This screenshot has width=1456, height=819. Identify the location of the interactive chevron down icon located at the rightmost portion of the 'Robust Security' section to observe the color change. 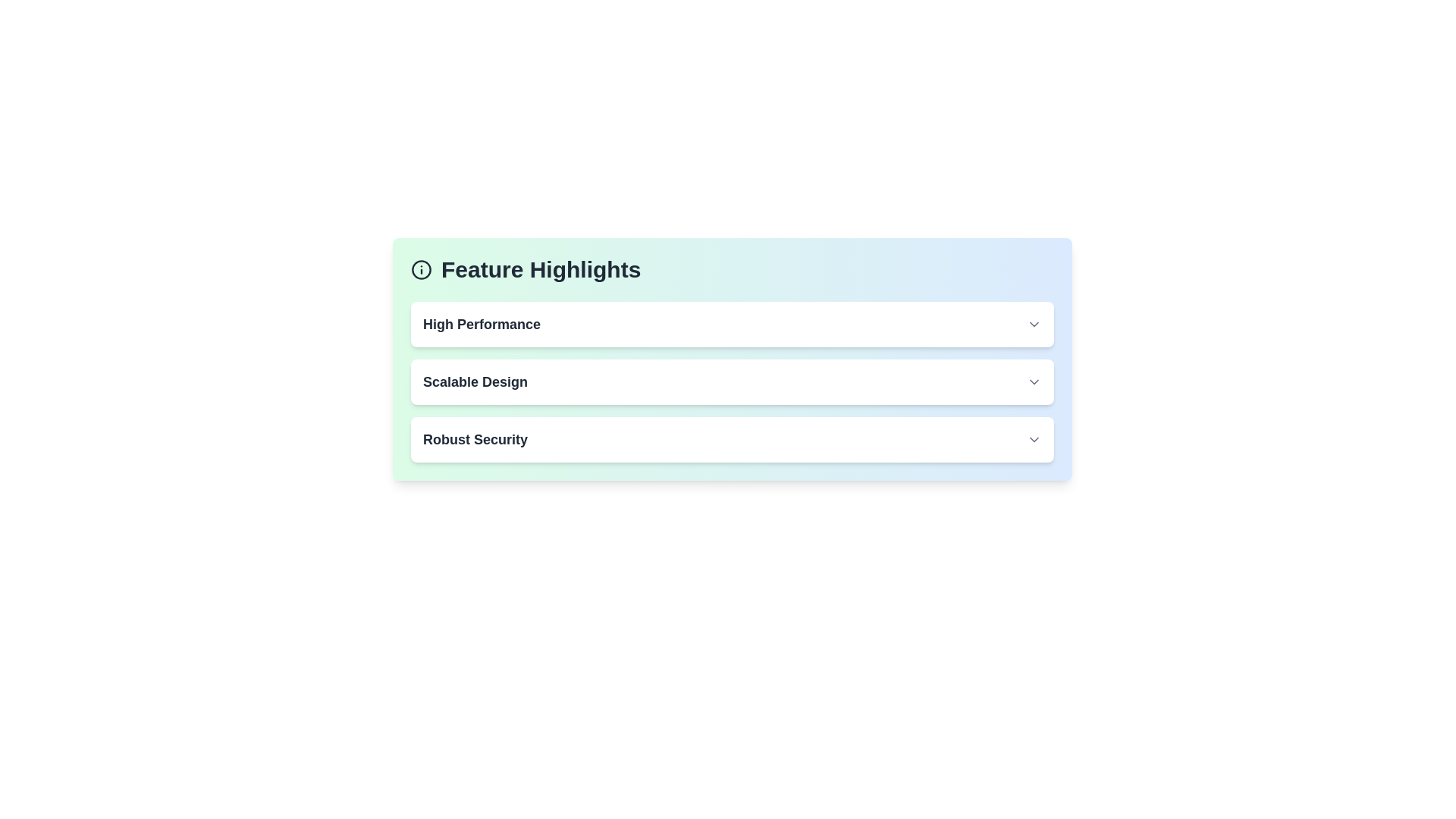
(1033, 439).